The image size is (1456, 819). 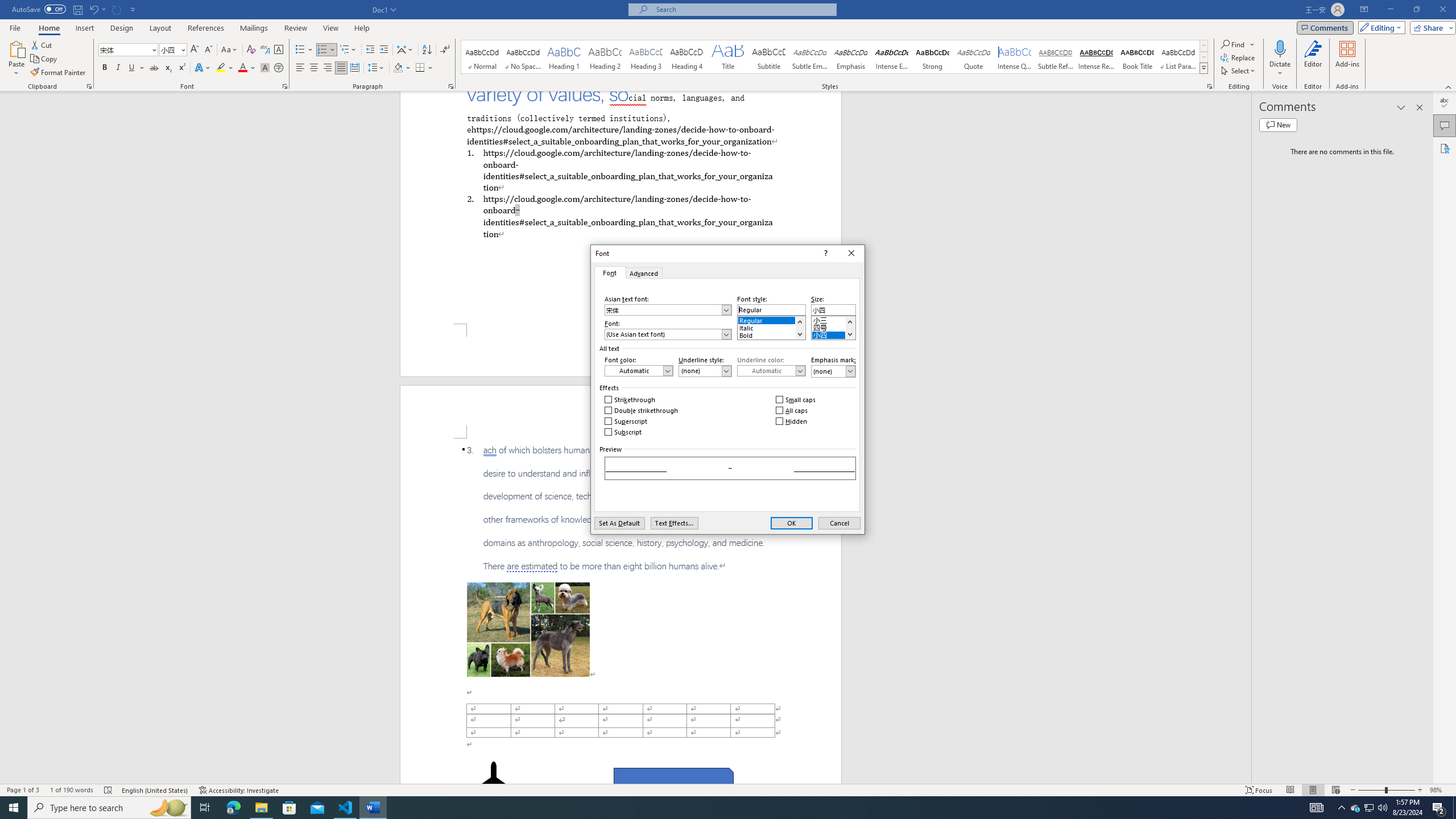 What do you see at coordinates (348, 49) in the screenshot?
I see `'Multilevel List'` at bounding box center [348, 49].